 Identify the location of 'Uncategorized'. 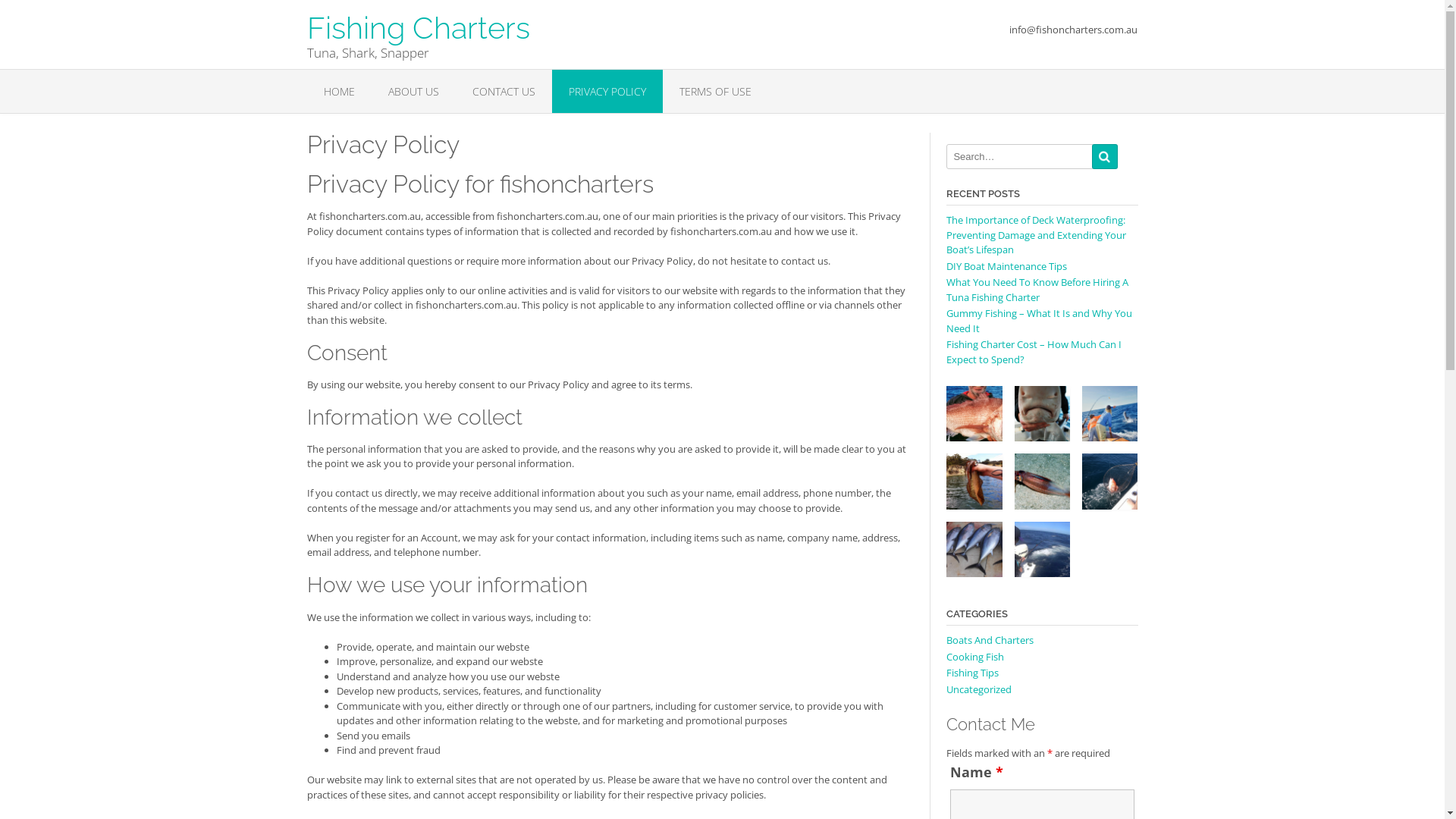
(979, 689).